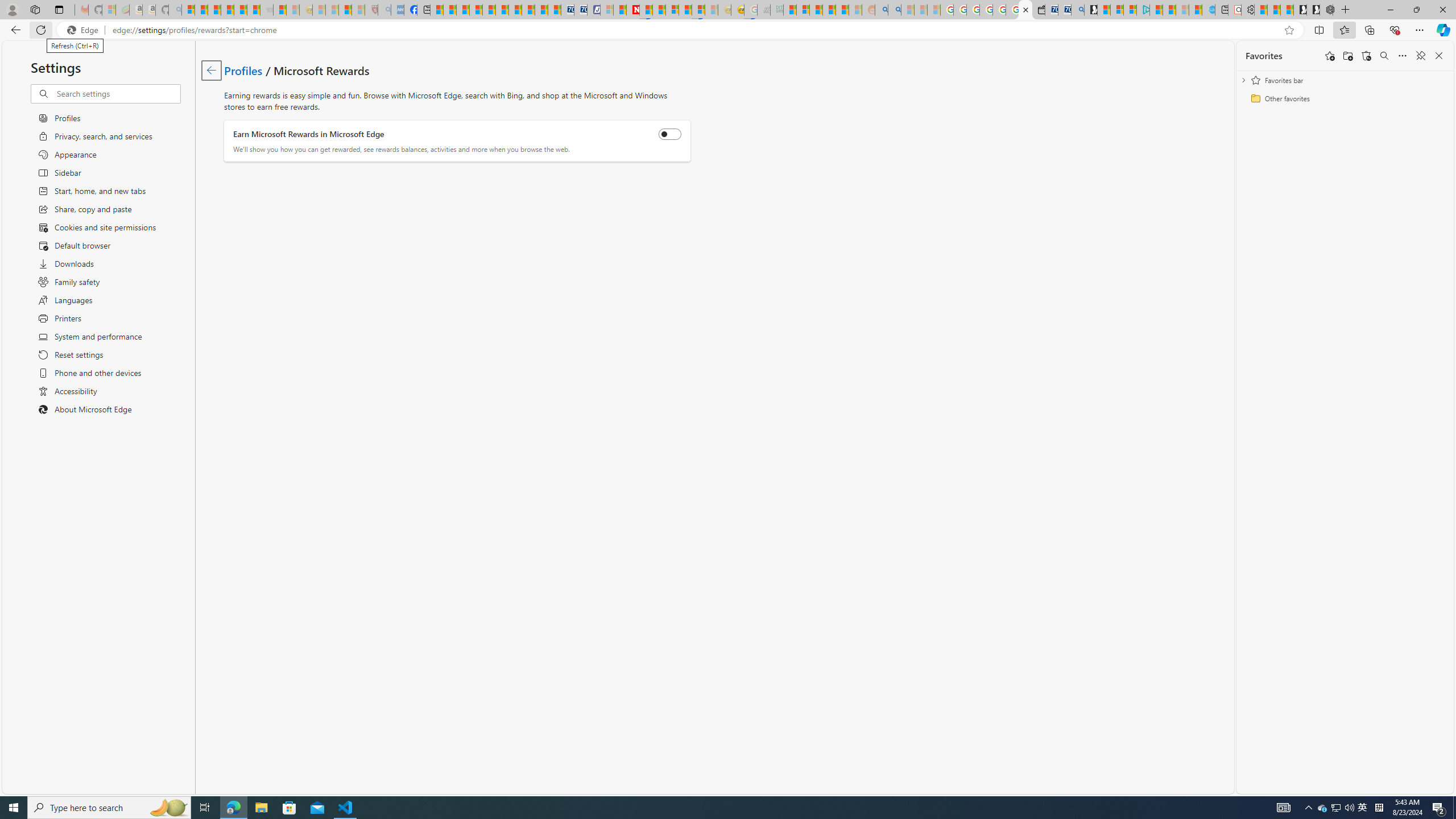 The height and width of the screenshot is (819, 1456). What do you see at coordinates (841, 9) in the screenshot?
I see `'Student Loan Update: Forgiveness Program Ends This Month'` at bounding box center [841, 9].